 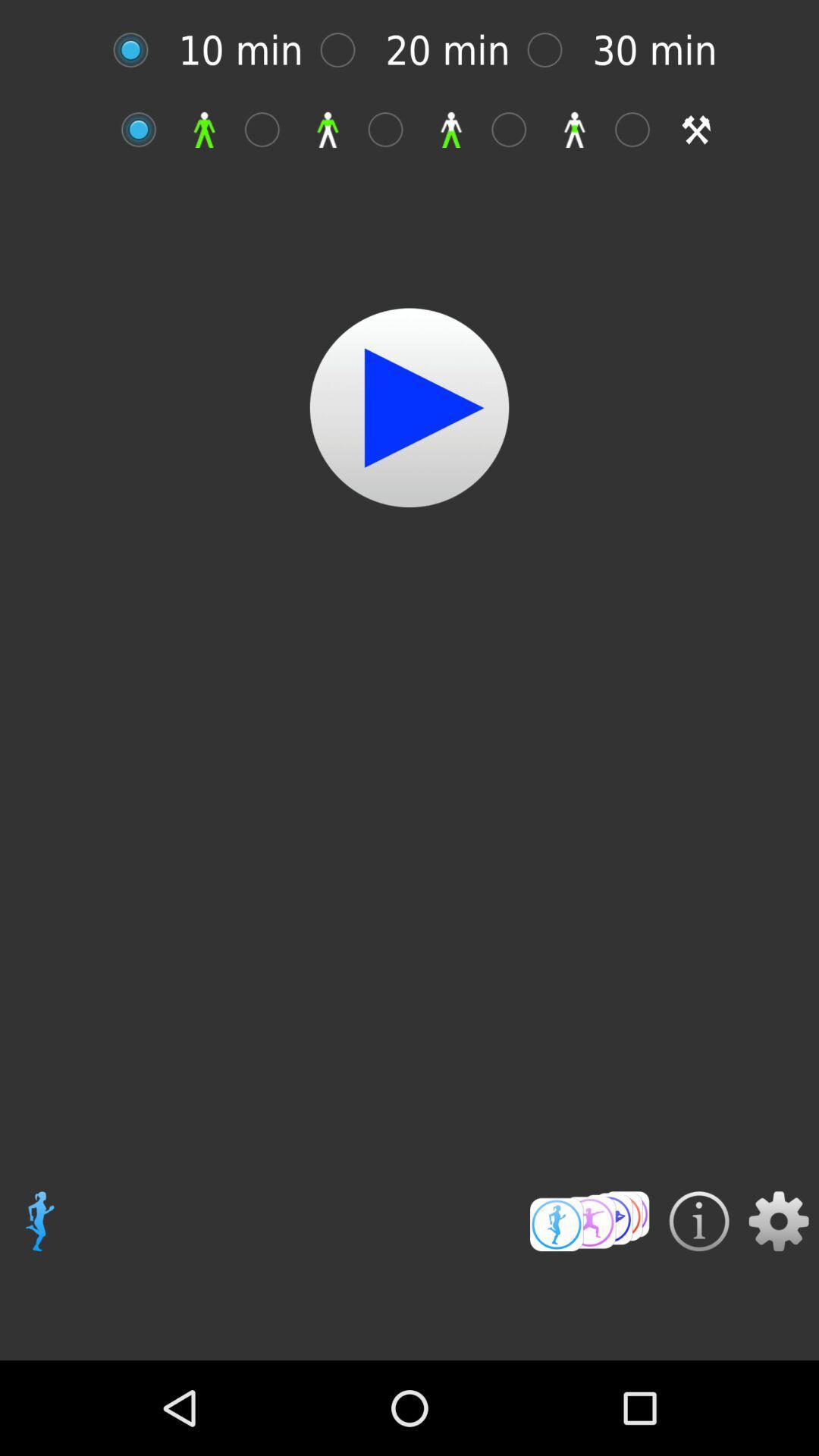 What do you see at coordinates (269, 130) in the screenshot?
I see `user` at bounding box center [269, 130].